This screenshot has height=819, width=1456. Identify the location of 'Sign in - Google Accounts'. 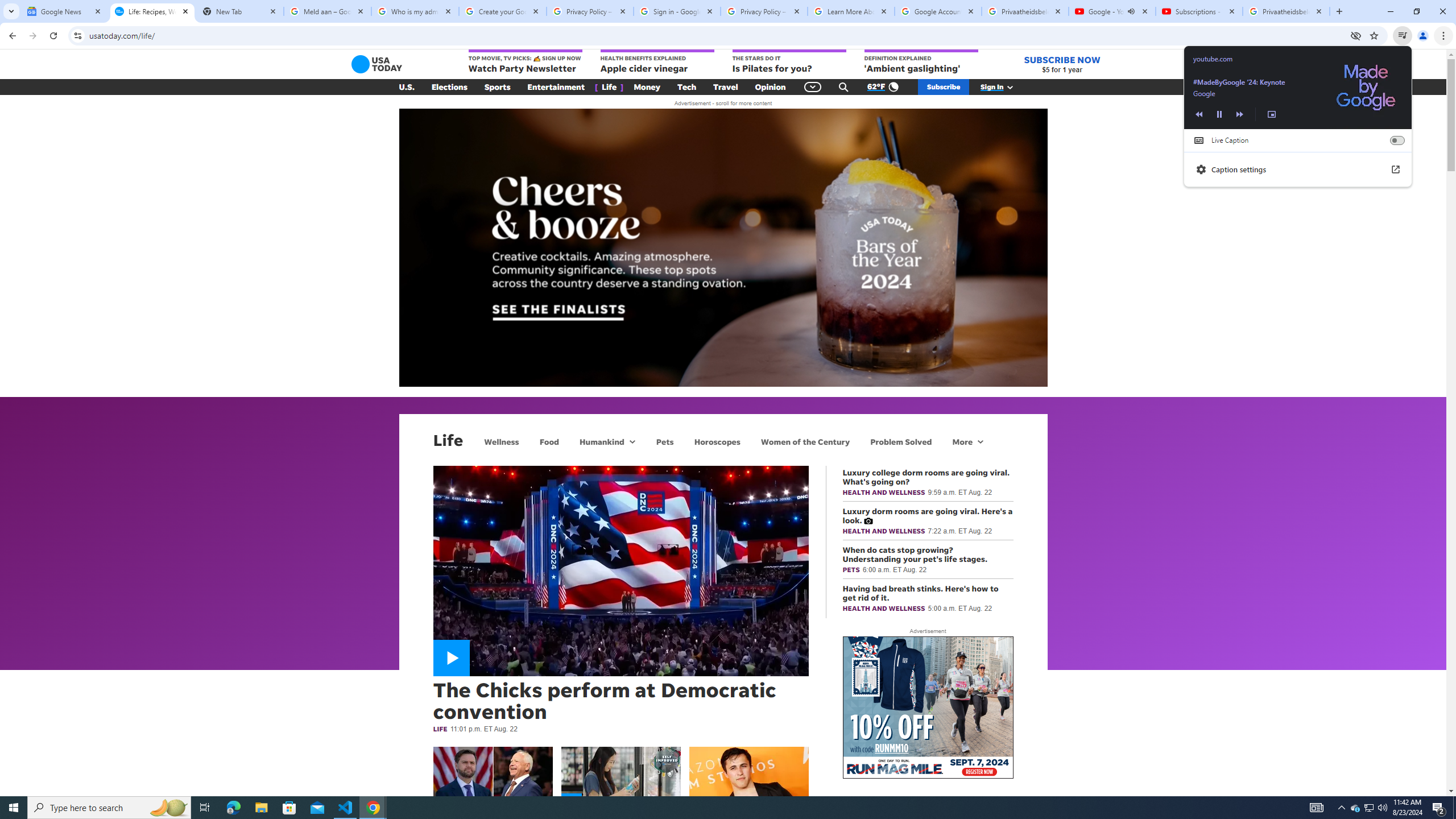
(677, 11).